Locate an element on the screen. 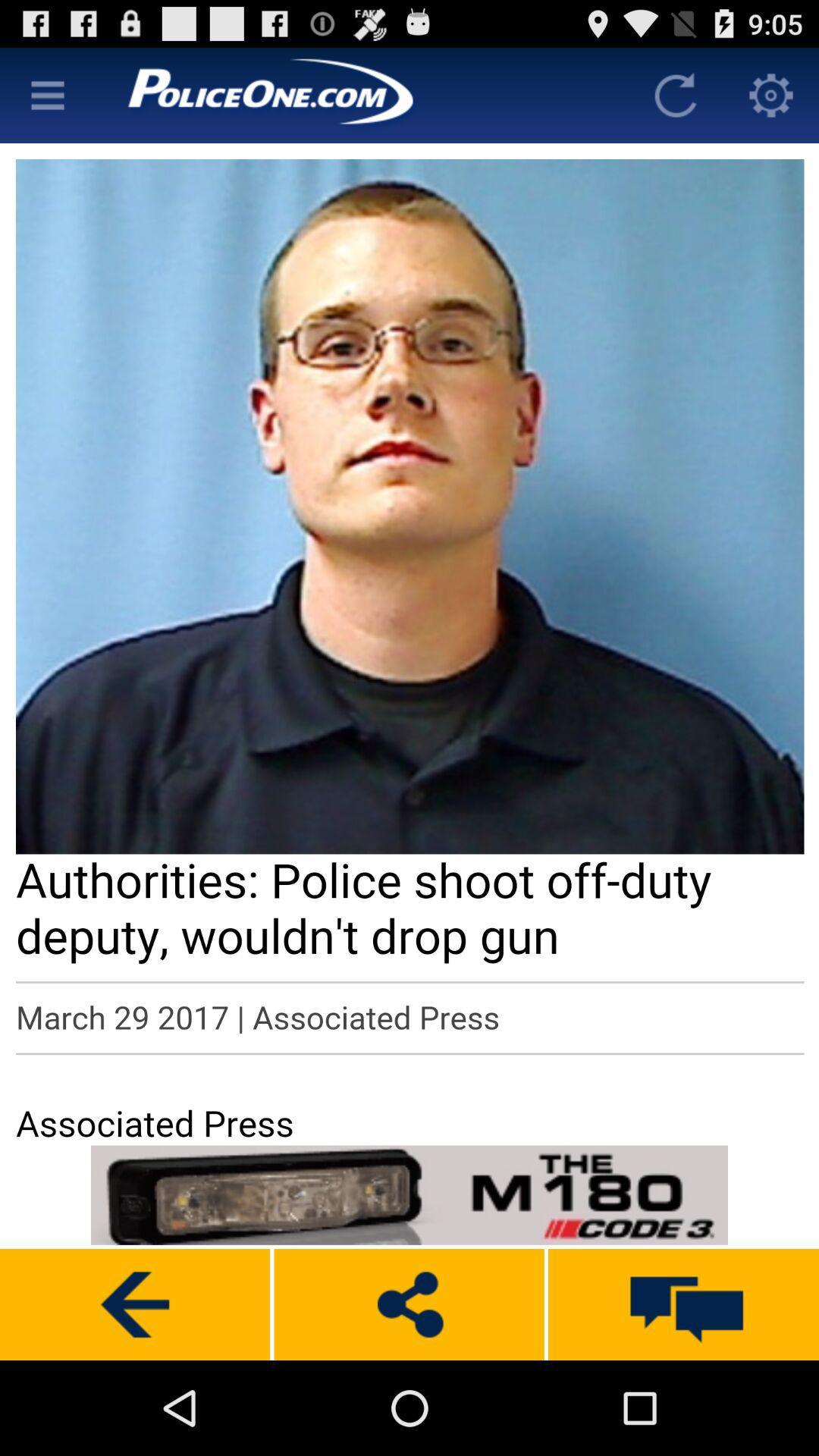  the menu icon is located at coordinates (46, 101).